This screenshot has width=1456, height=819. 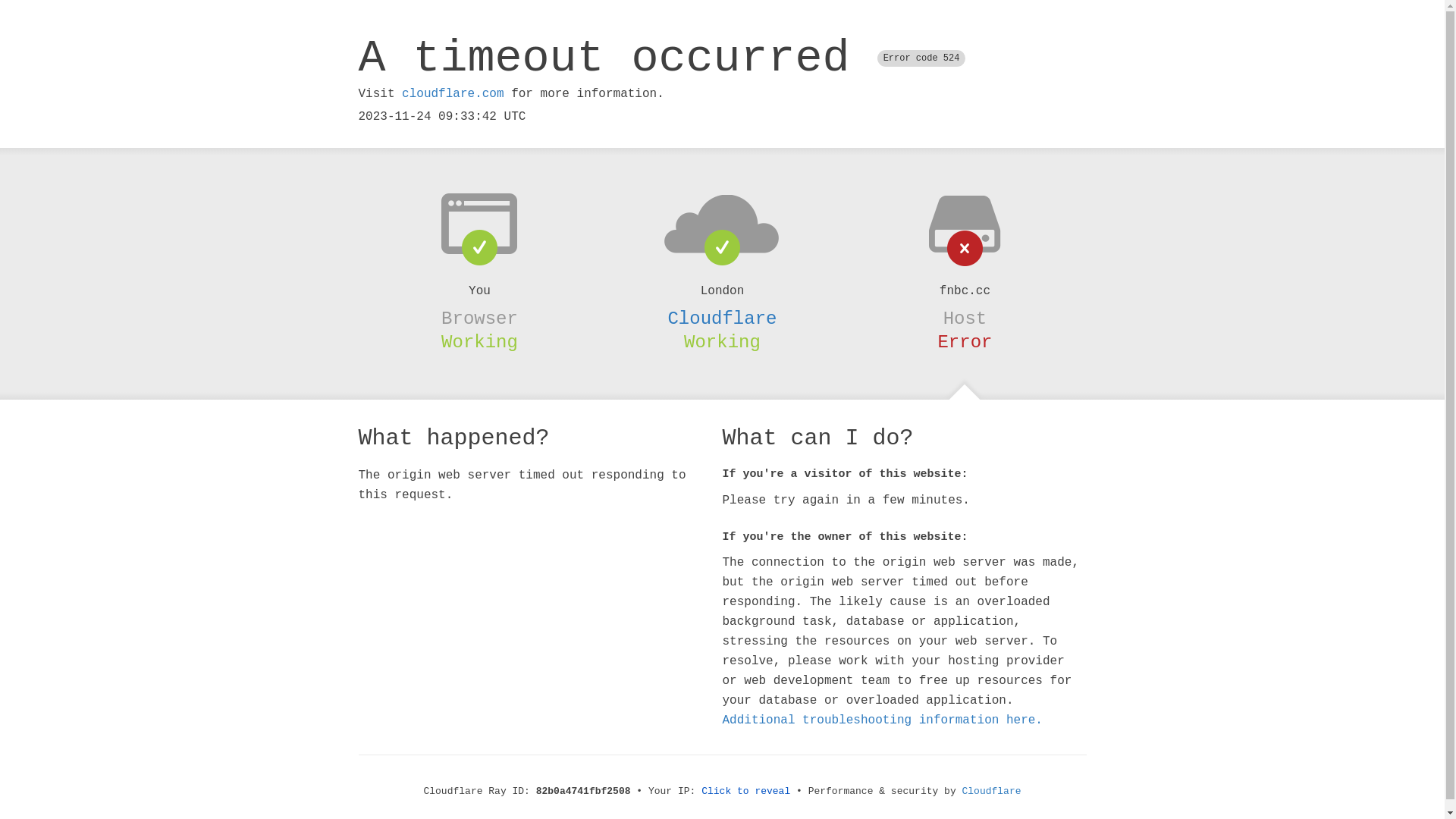 I want to click on 'cloudflare.com', so click(x=451, y=93).